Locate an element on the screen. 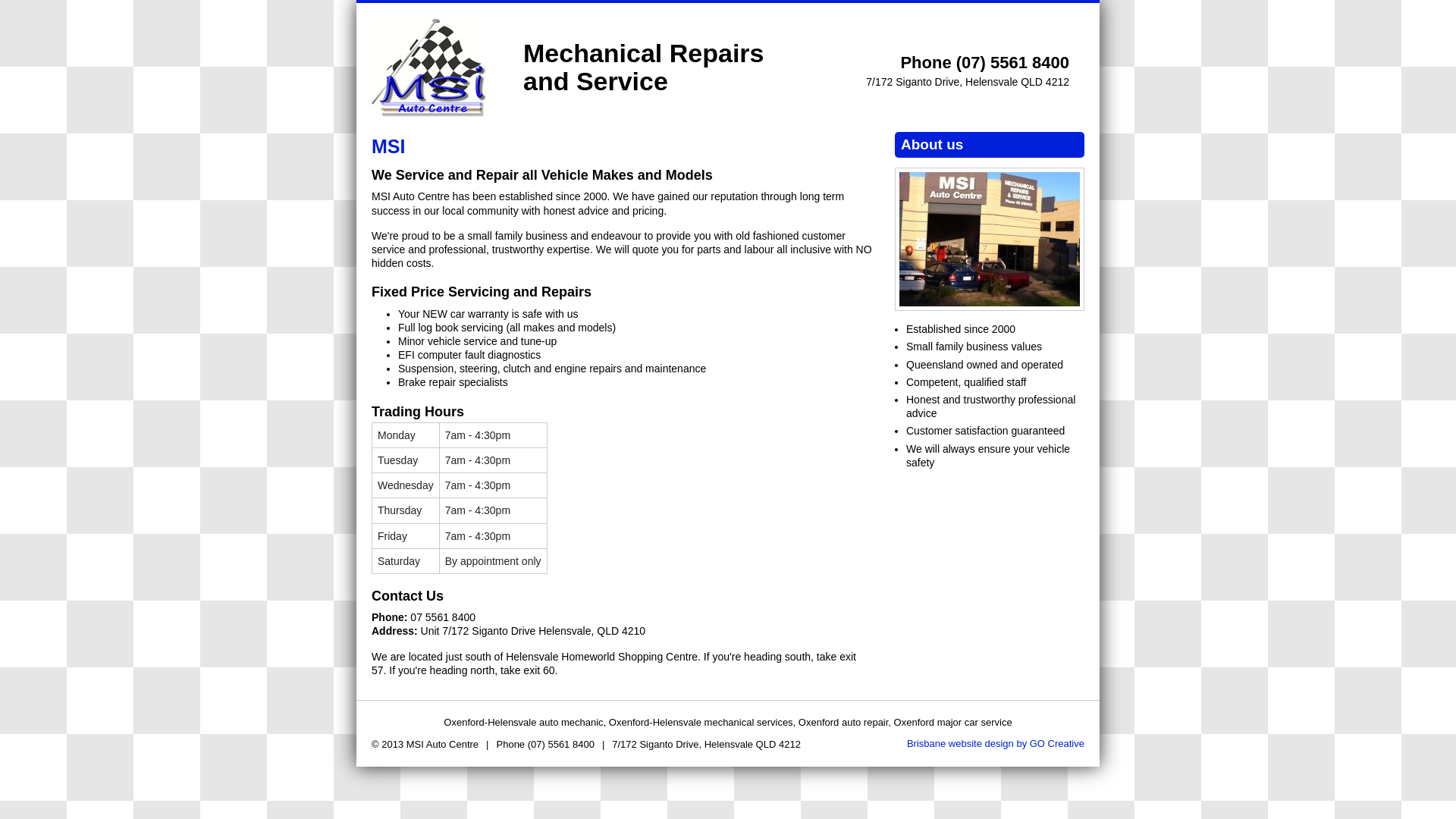 This screenshot has width=1456, height=819. 'MSI' is located at coordinates (388, 146).